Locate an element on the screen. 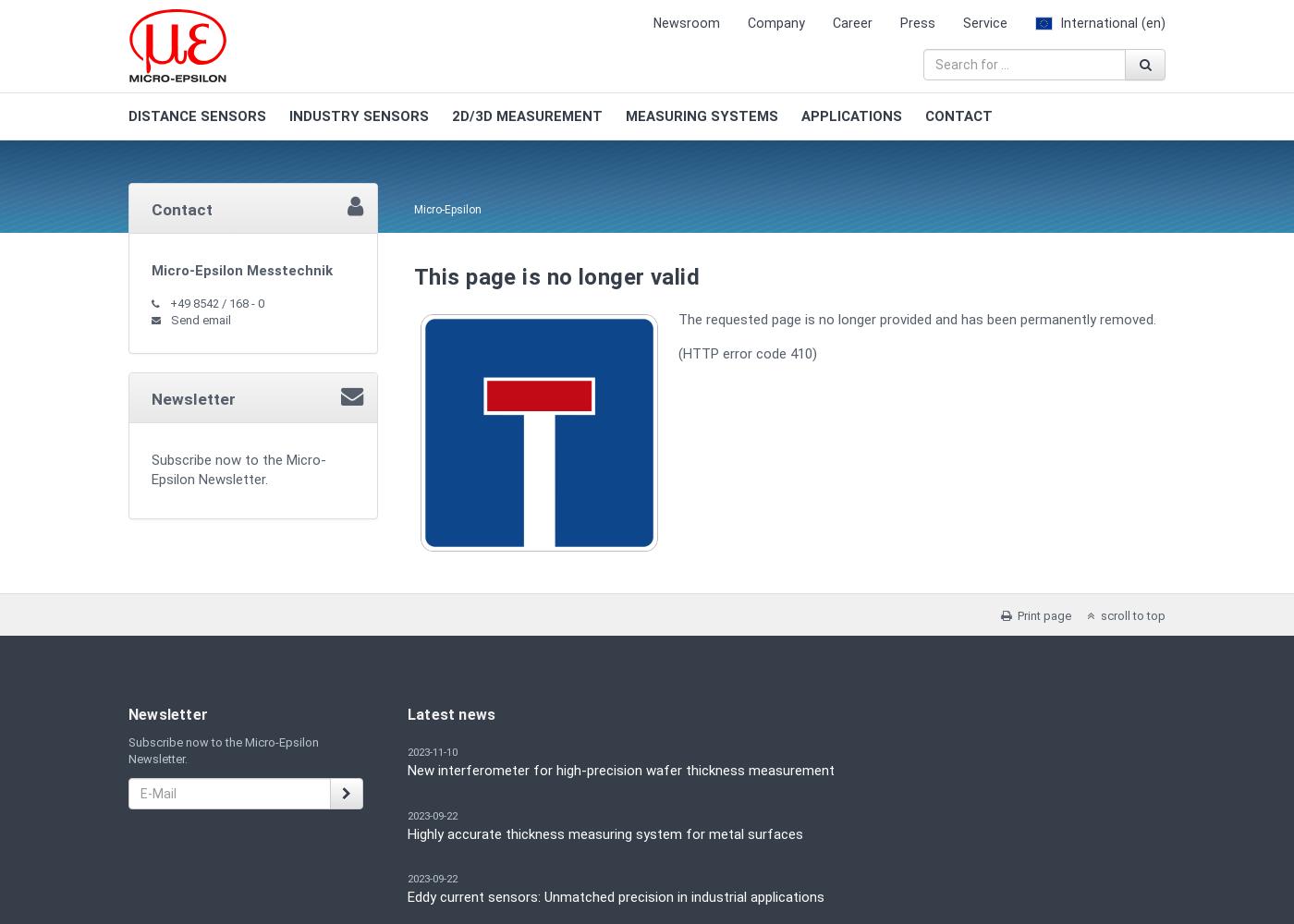  'Micro-Epsilon' is located at coordinates (447, 209).